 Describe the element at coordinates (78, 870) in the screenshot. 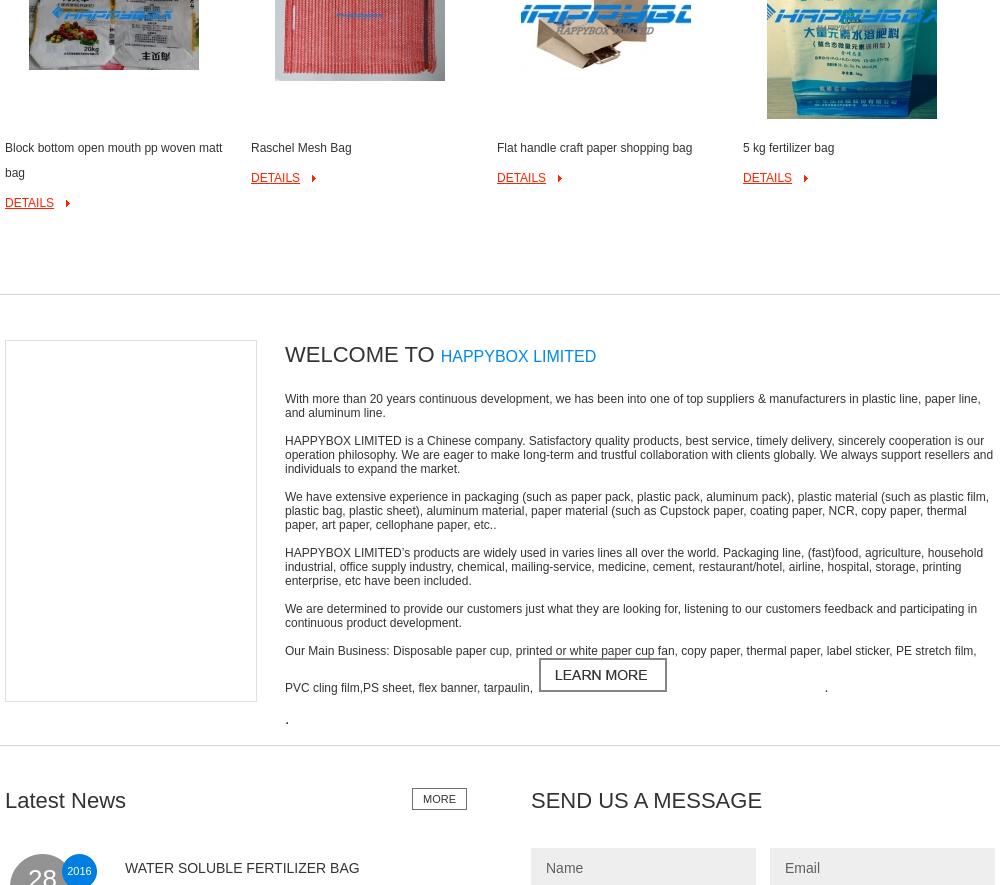

I see `'2016'` at that location.